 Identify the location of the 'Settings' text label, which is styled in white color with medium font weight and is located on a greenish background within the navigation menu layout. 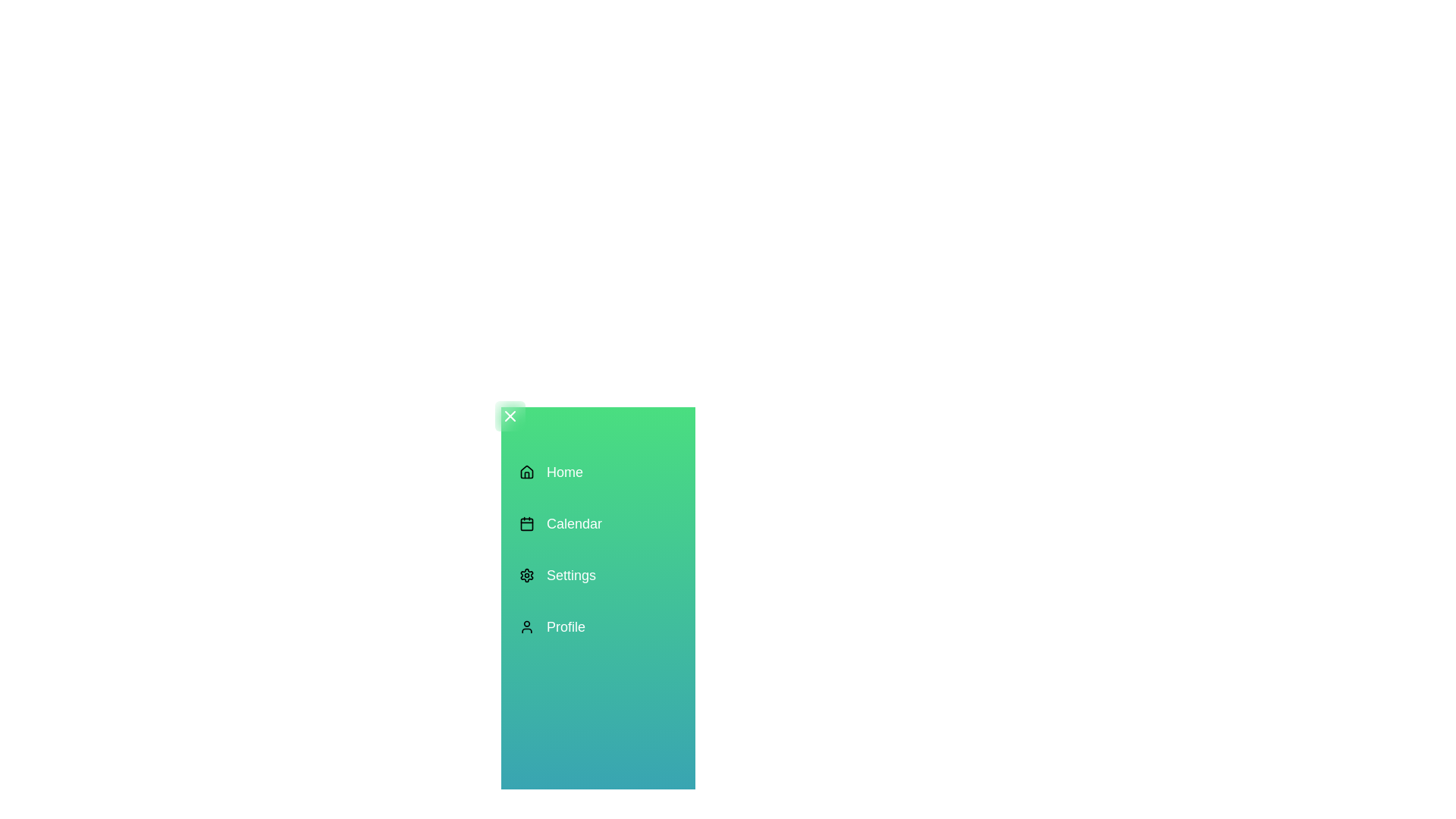
(570, 576).